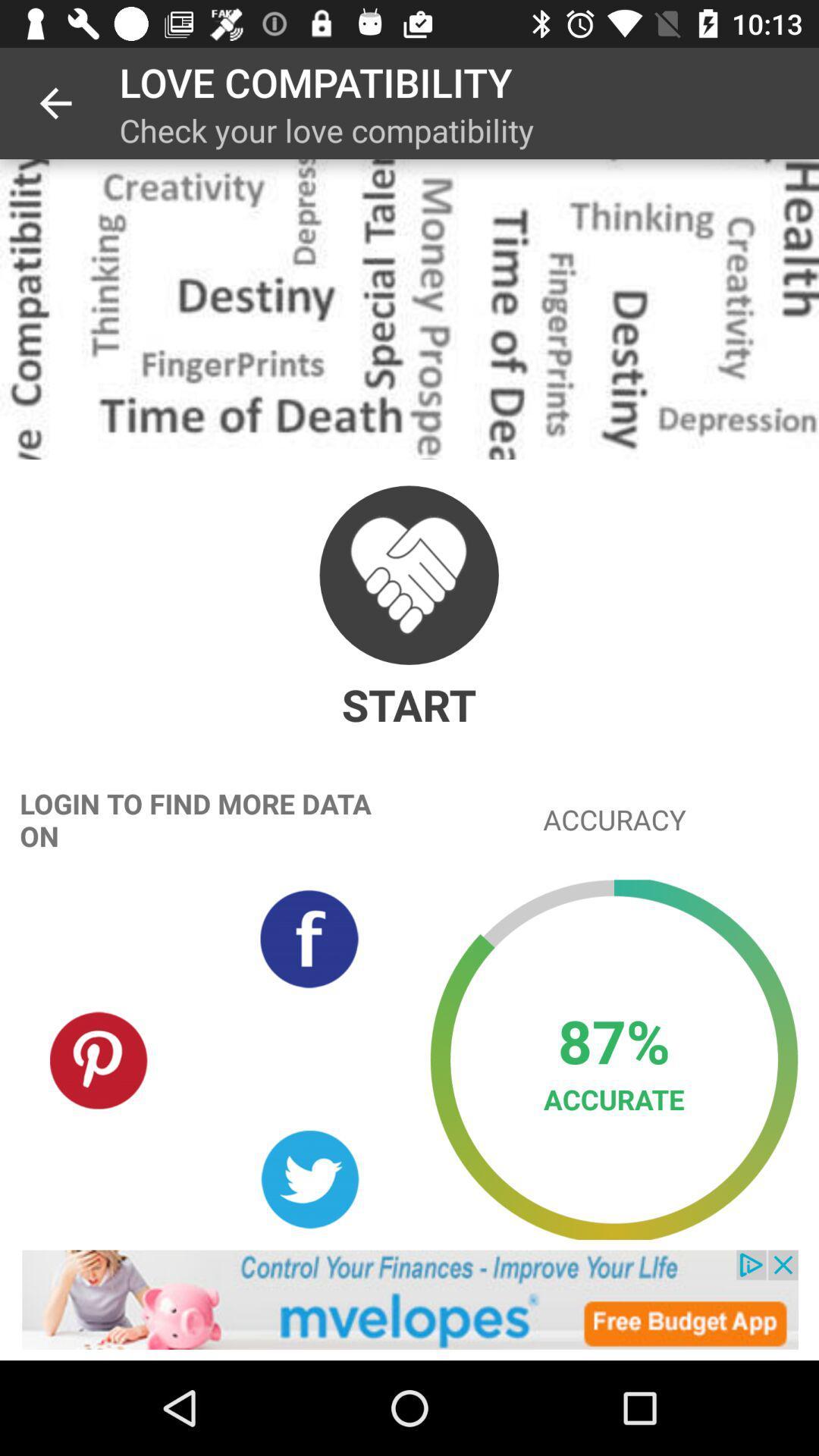  Describe the element at coordinates (99, 1059) in the screenshot. I see `pinterest` at that location.